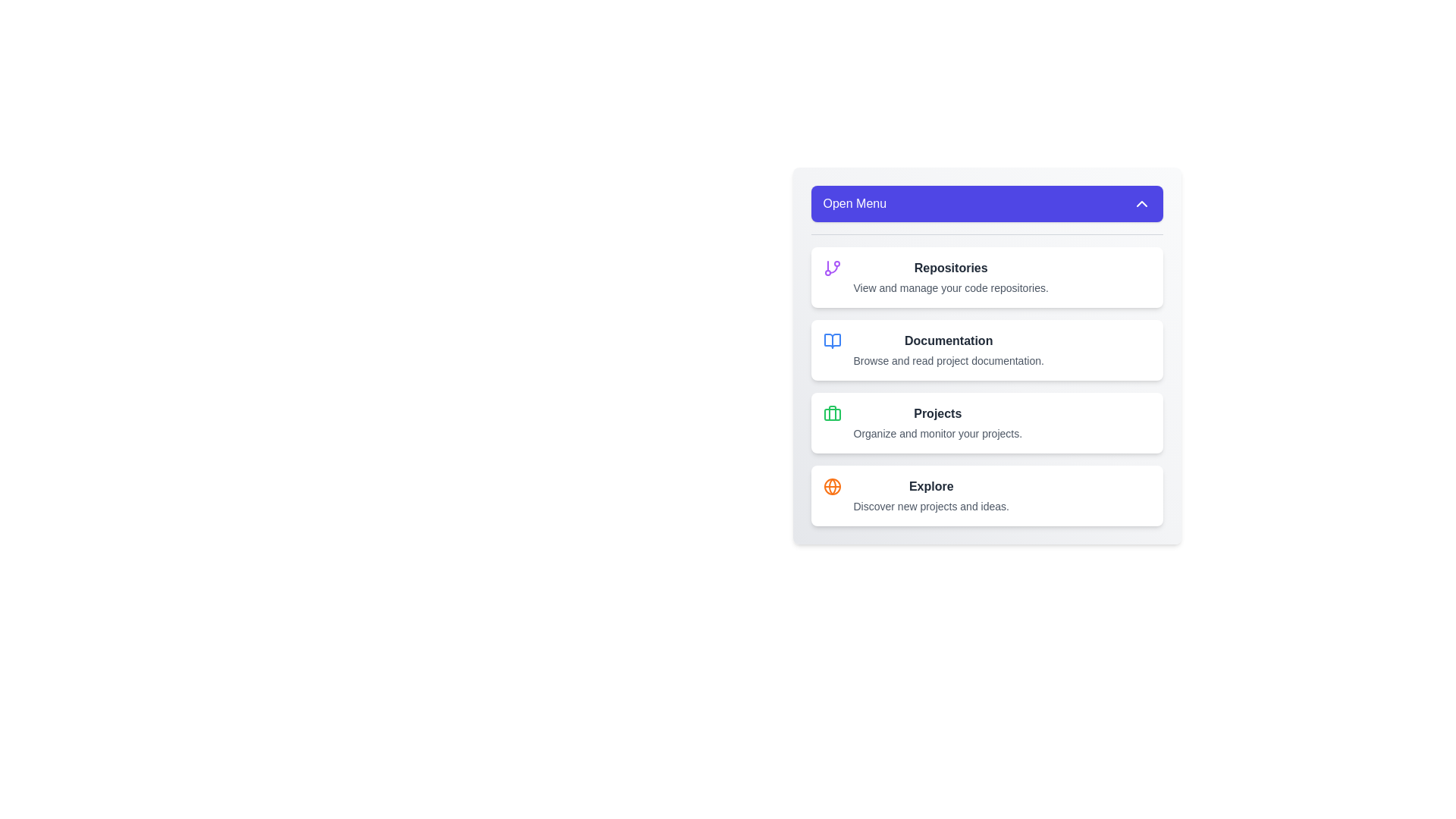 The width and height of the screenshot is (1456, 819). I want to click on the 'Documentation' icon, which is a visual indicator located to the left of the text 'Documentation' within the menu panel, so click(831, 341).